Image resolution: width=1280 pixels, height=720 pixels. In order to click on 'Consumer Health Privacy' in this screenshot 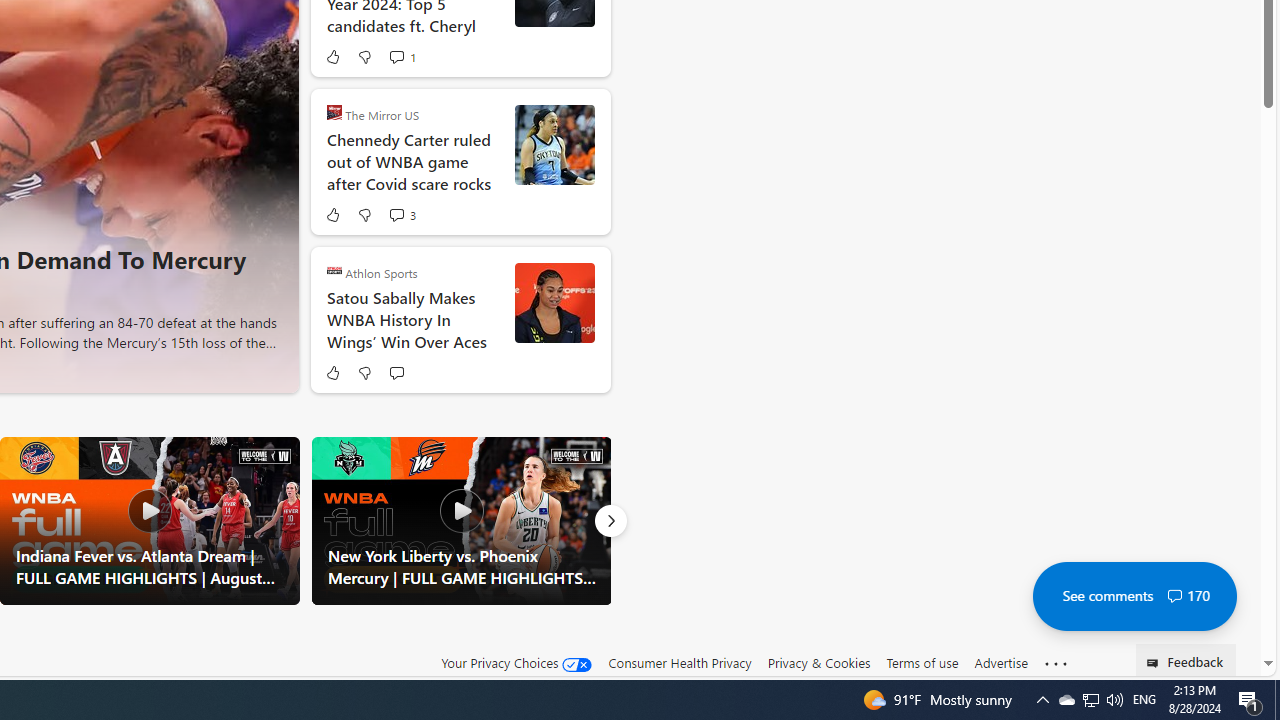, I will do `click(680, 662)`.